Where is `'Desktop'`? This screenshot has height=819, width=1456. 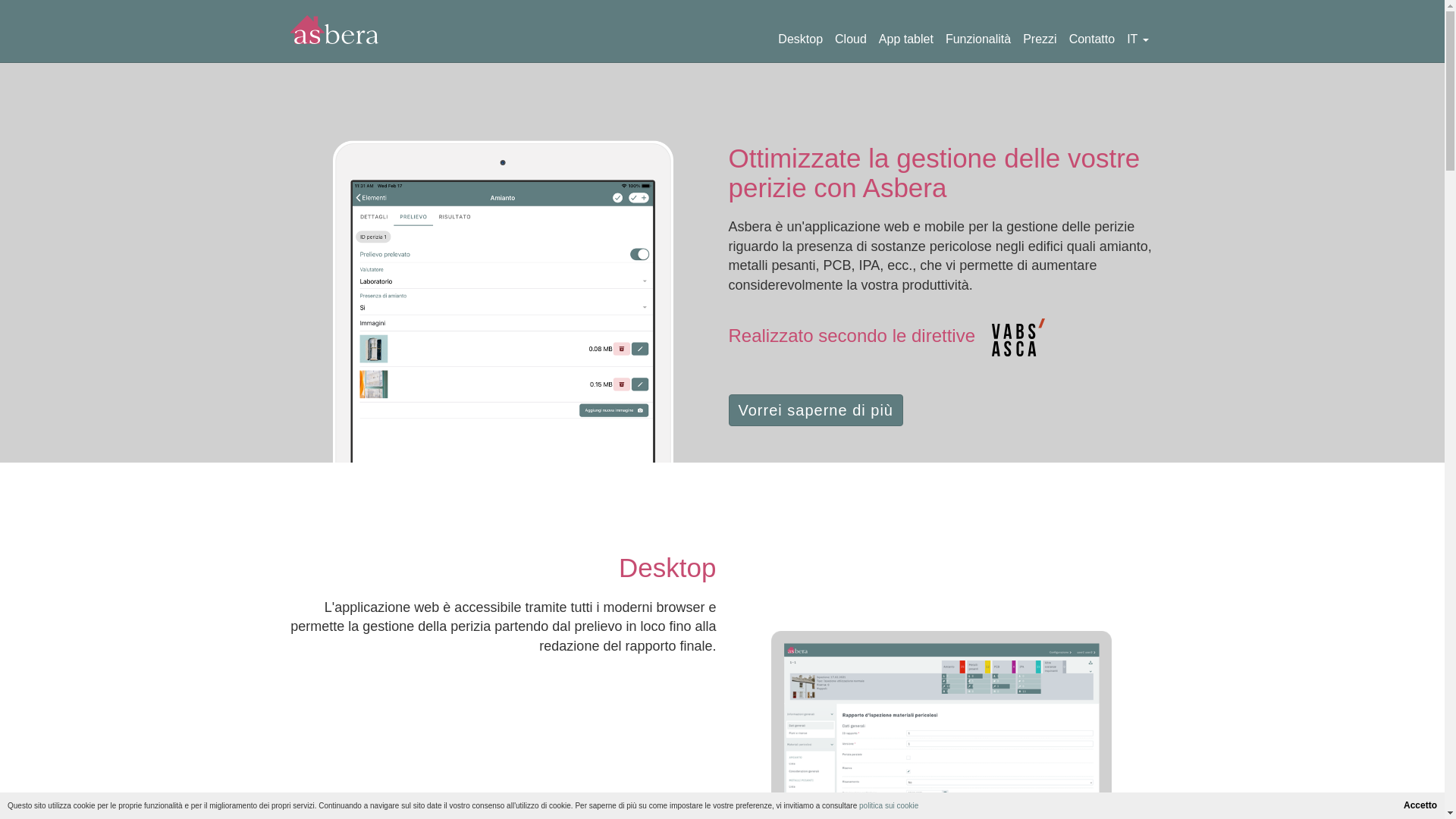 'Desktop' is located at coordinates (799, 33).